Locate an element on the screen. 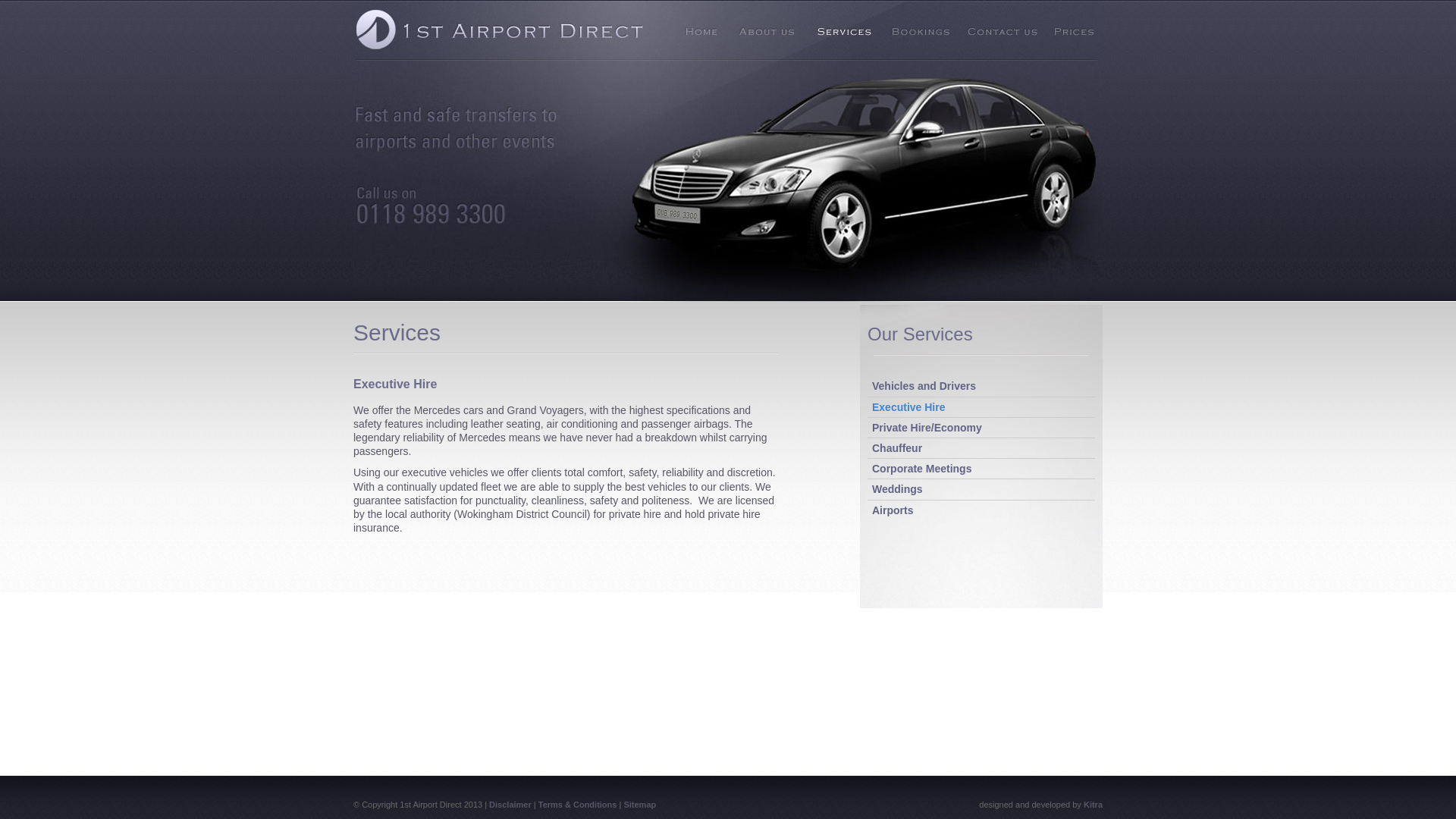  'Weddings' is located at coordinates (897, 488).